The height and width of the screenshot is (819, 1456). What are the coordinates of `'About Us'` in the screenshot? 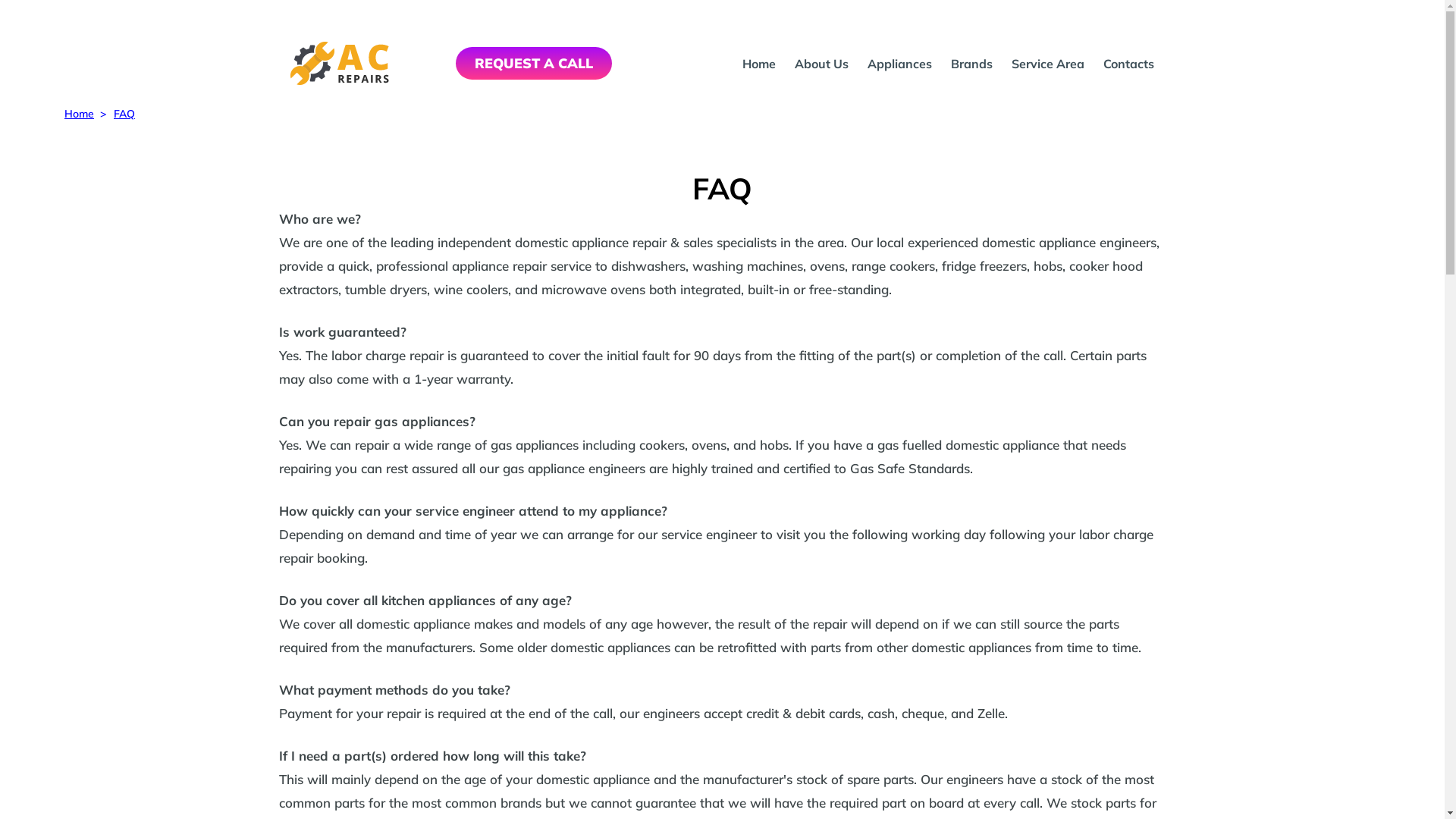 It's located at (821, 63).